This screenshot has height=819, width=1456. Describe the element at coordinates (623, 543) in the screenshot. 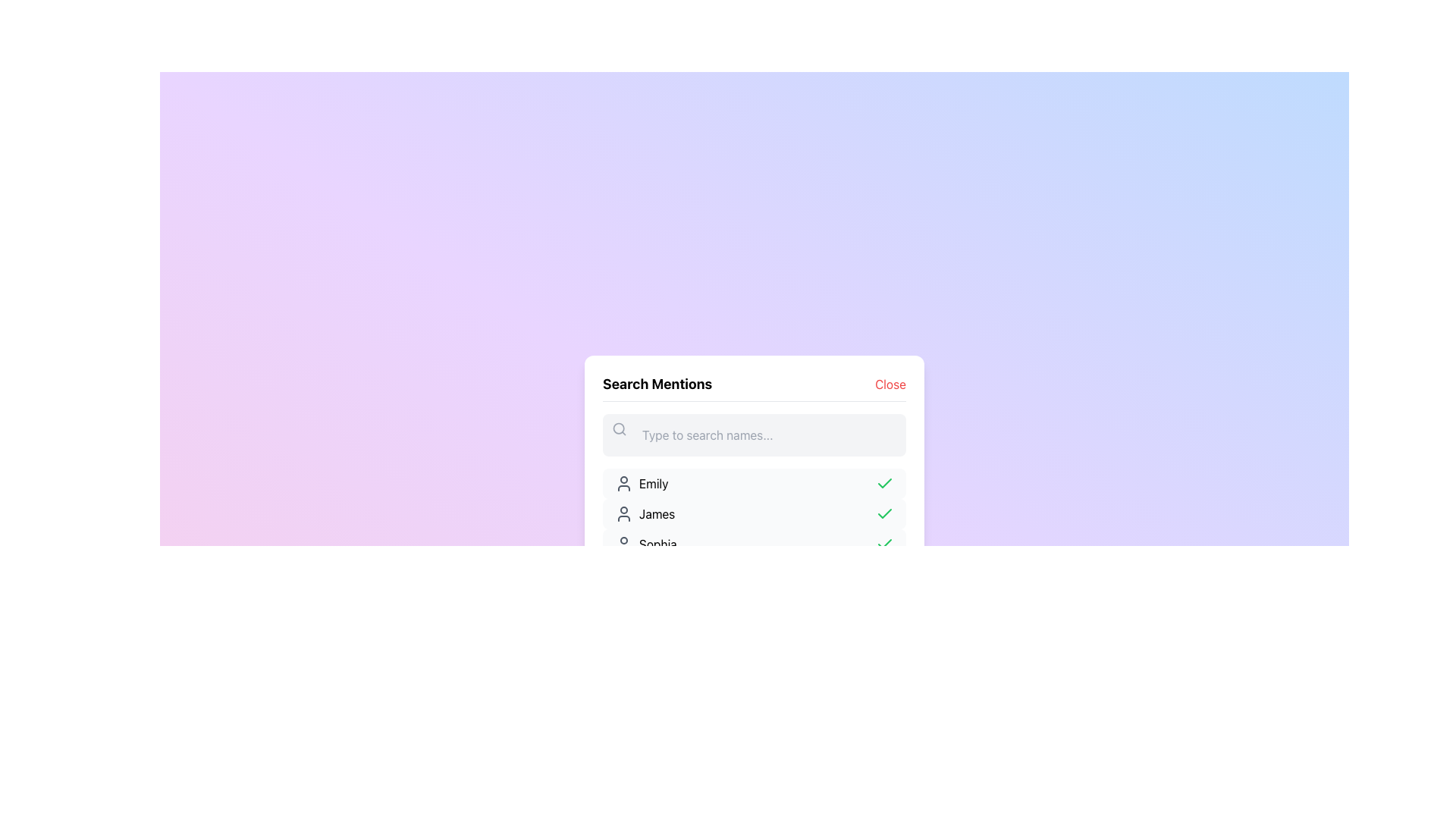

I see `the user icon located to the left of the user name 'Sophia' in the third row of the 'Search Mentions' panel` at that location.